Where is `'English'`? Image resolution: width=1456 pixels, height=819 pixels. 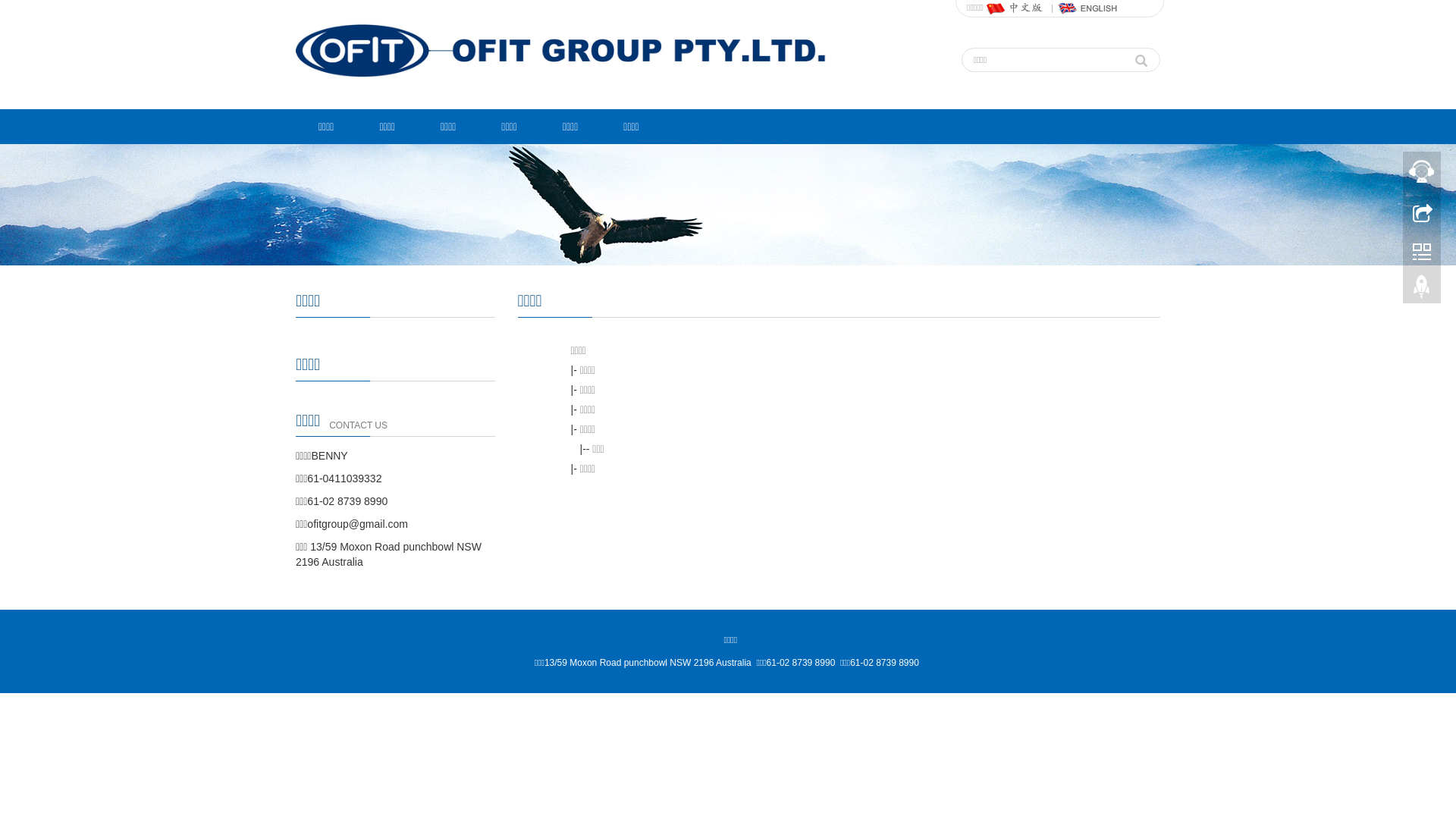
'English' is located at coordinates (1087, 8).